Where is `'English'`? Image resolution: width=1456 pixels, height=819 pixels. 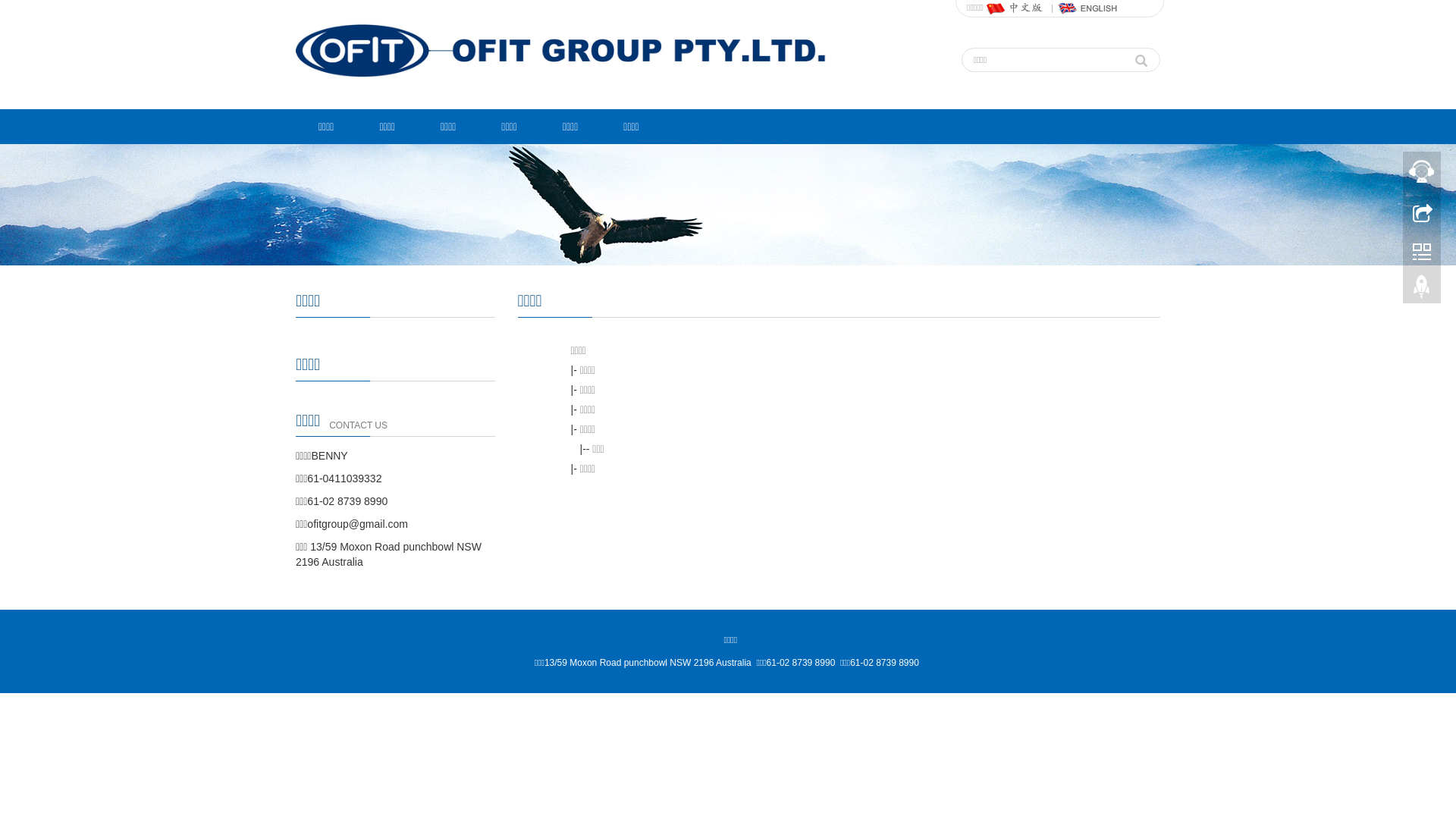
'English' is located at coordinates (1087, 8).